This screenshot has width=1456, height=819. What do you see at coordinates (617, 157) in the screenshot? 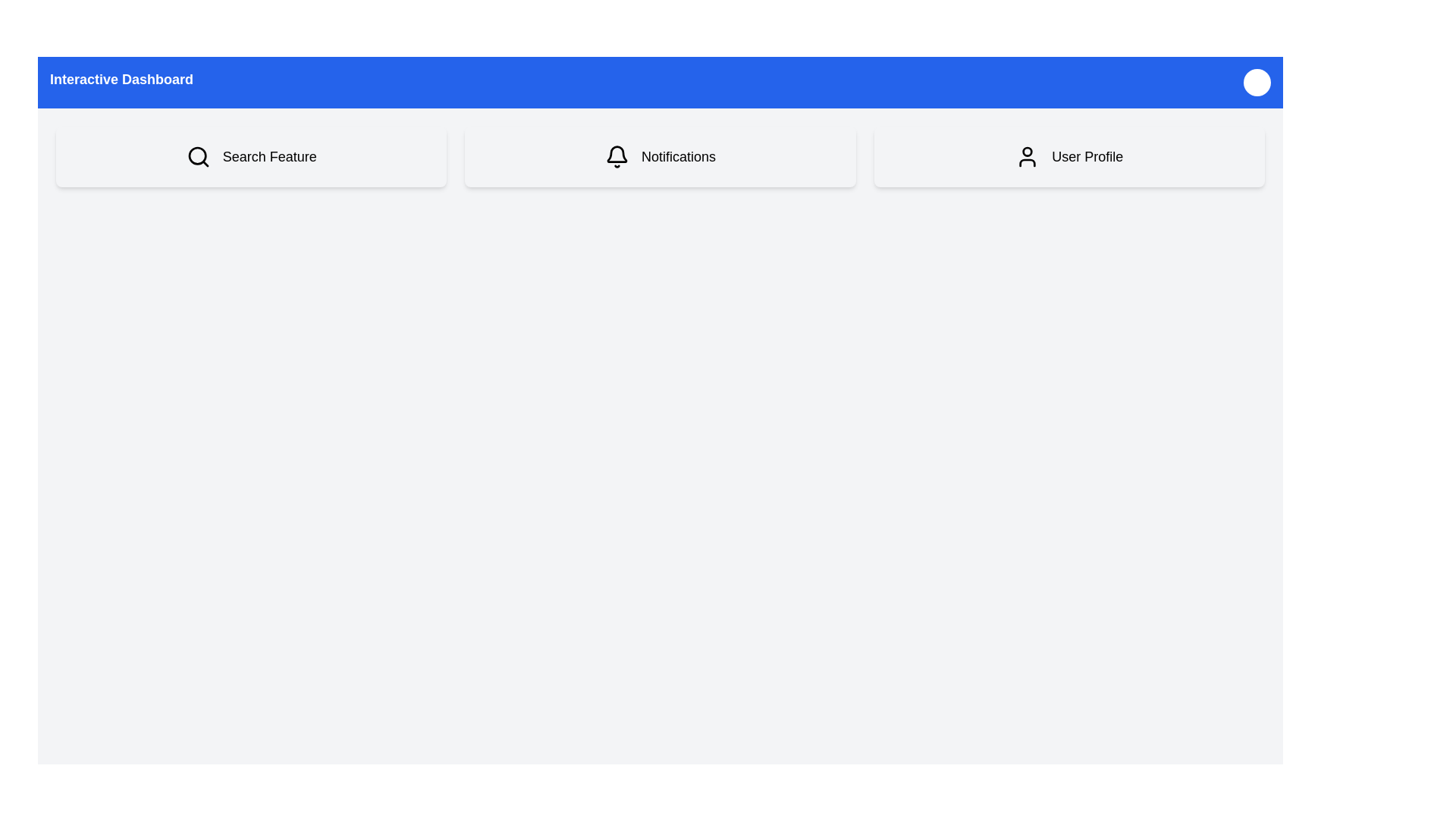
I see `the bell icon located to the left of the 'Notifications' text in the central card of the dashboard interface` at bounding box center [617, 157].